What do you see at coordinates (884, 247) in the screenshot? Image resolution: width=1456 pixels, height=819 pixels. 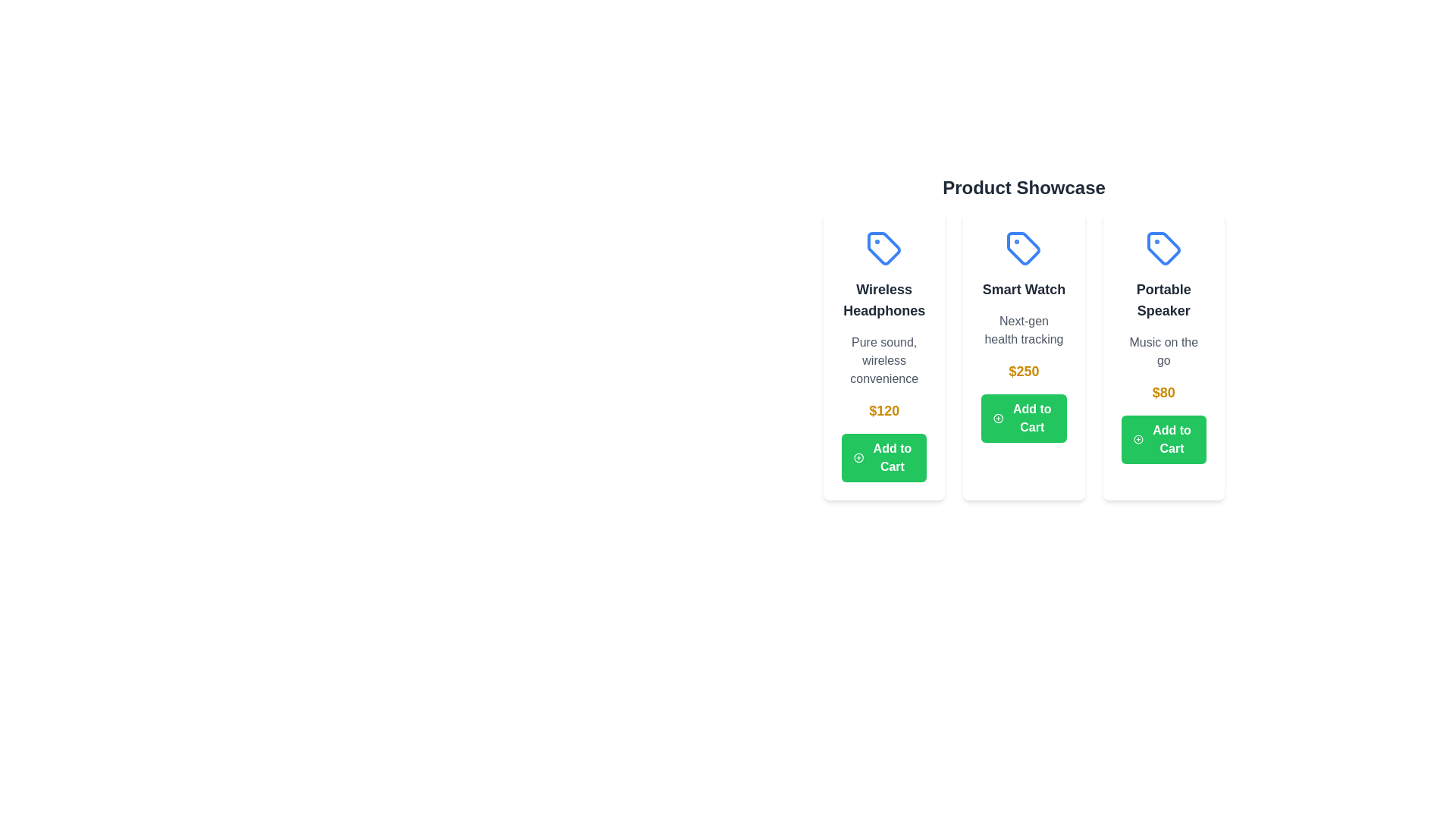 I see `the icon of the first product card` at bounding box center [884, 247].